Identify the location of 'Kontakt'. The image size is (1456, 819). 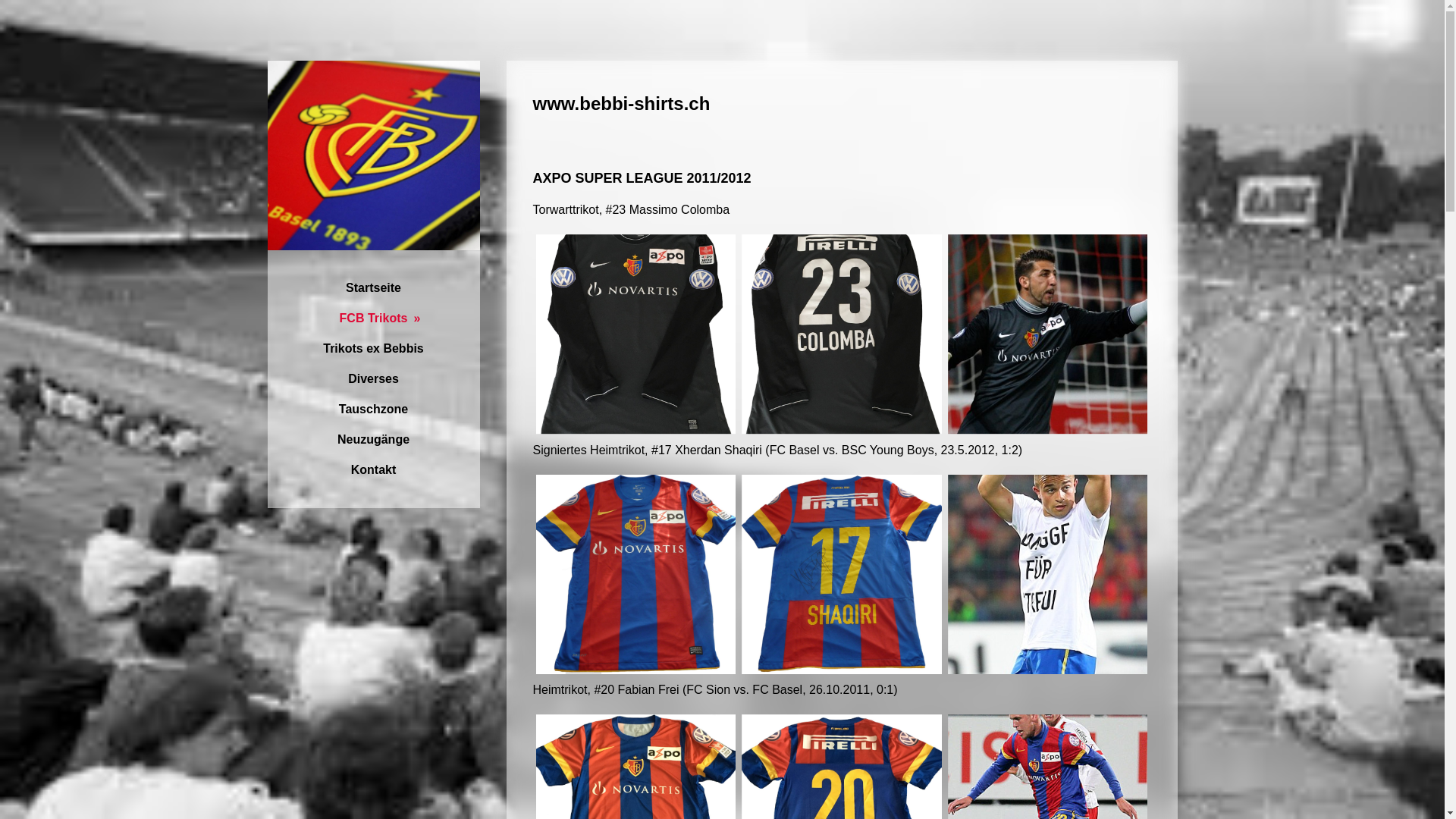
(266, 469).